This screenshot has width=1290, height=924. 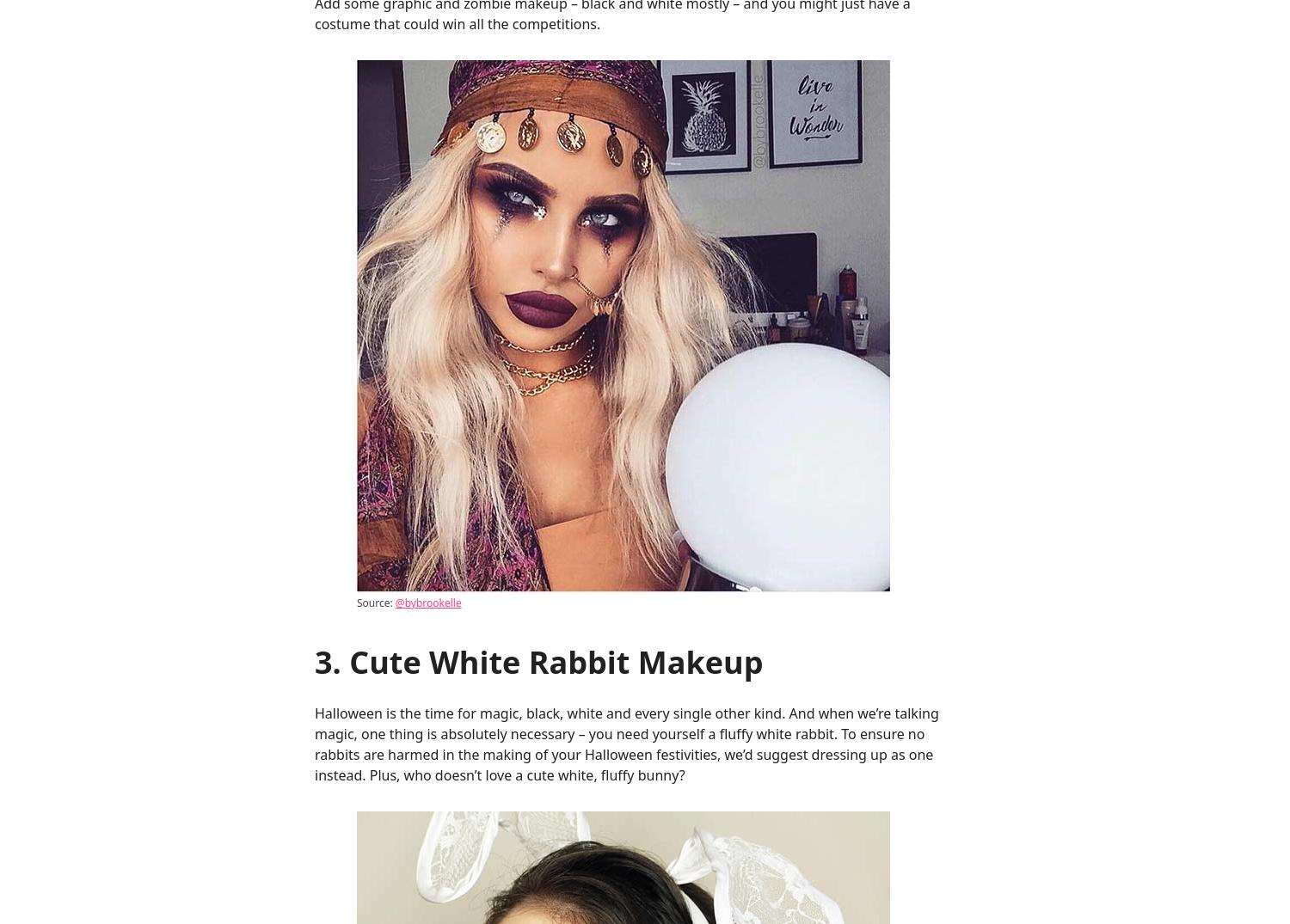 What do you see at coordinates (1042, 141) in the screenshot?
I see `'Lifestyle'` at bounding box center [1042, 141].